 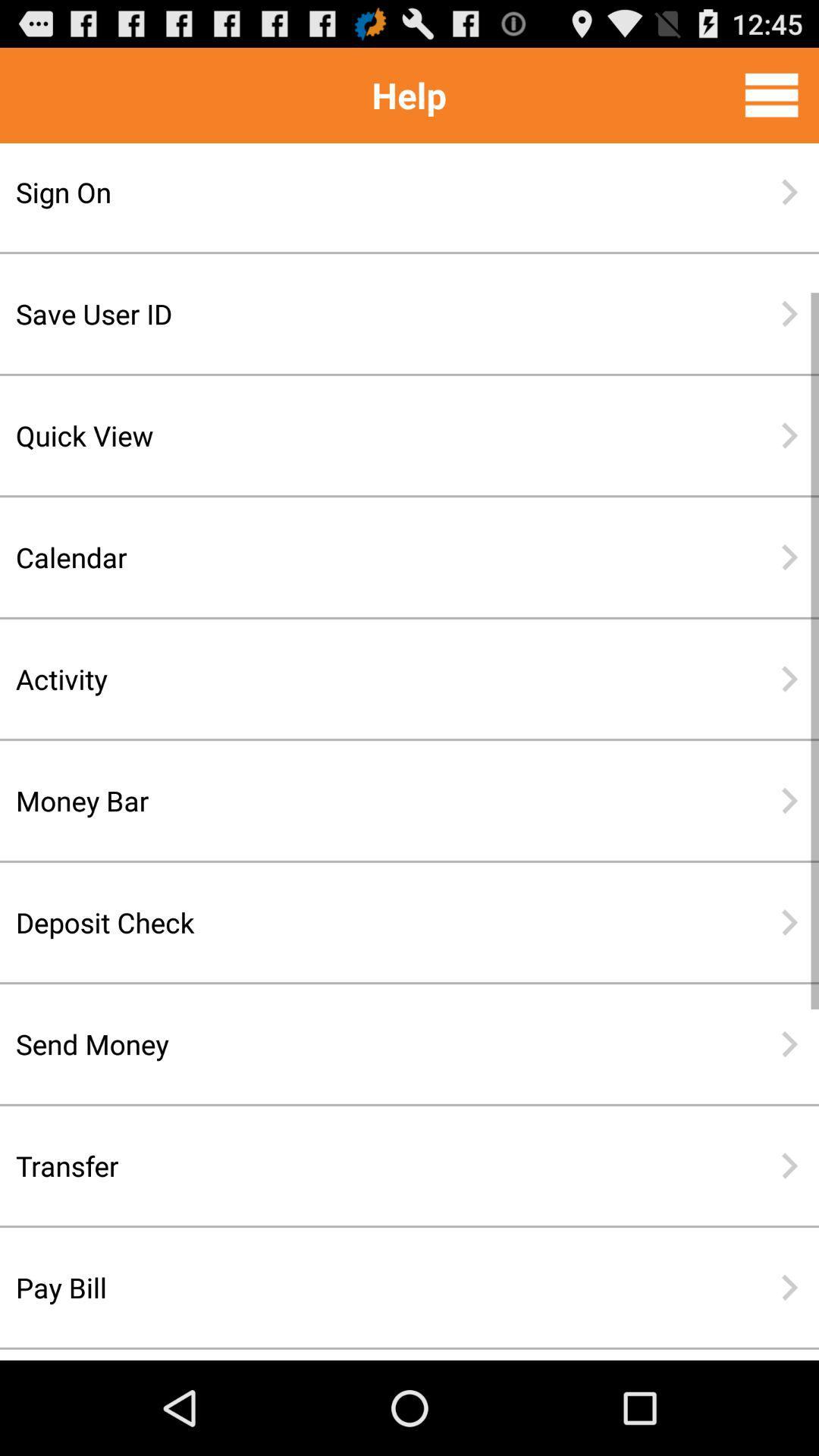 What do you see at coordinates (360, 1287) in the screenshot?
I see `the pay bill icon` at bounding box center [360, 1287].